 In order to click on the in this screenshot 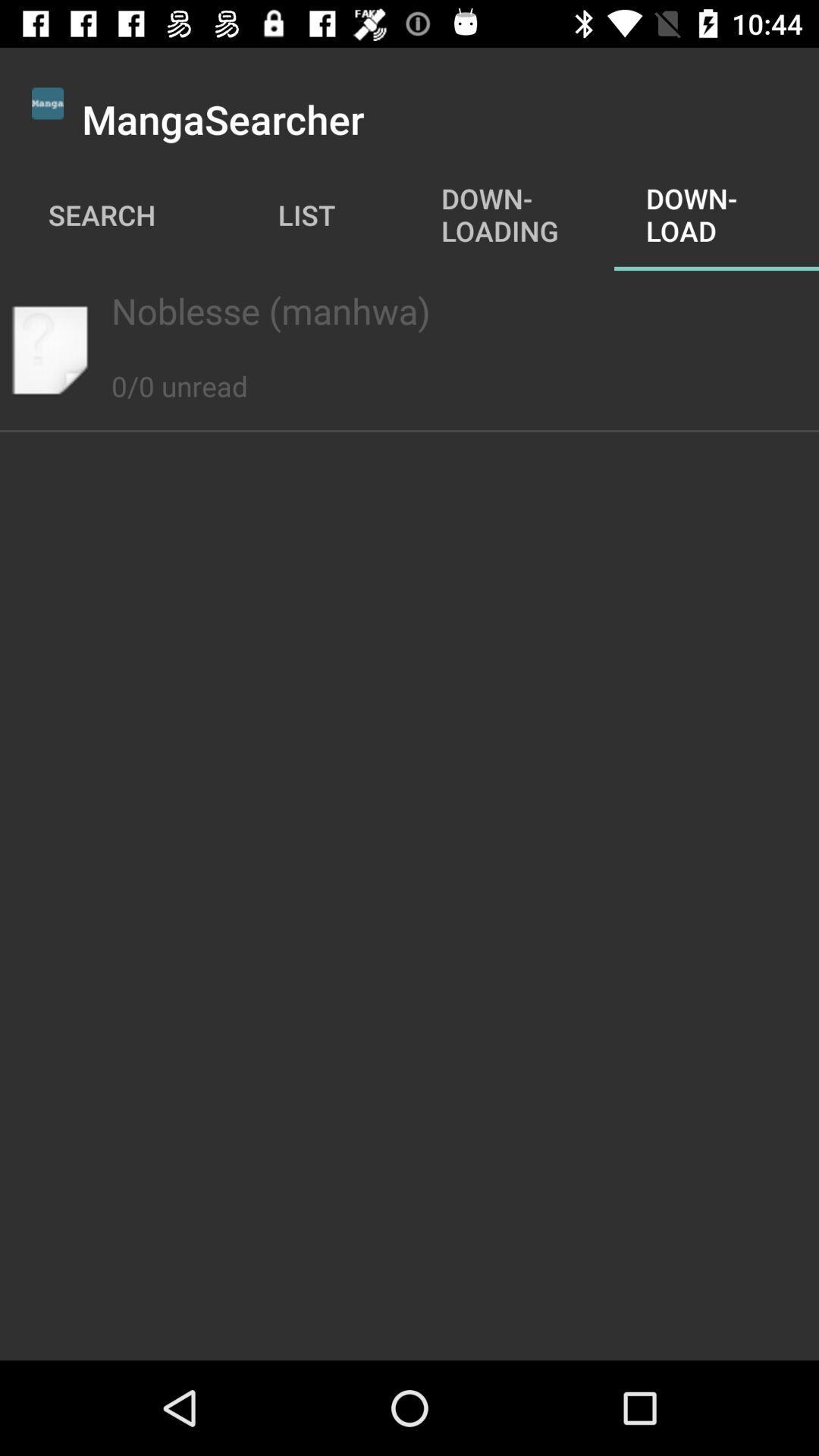, I will do `click(178, 369)`.